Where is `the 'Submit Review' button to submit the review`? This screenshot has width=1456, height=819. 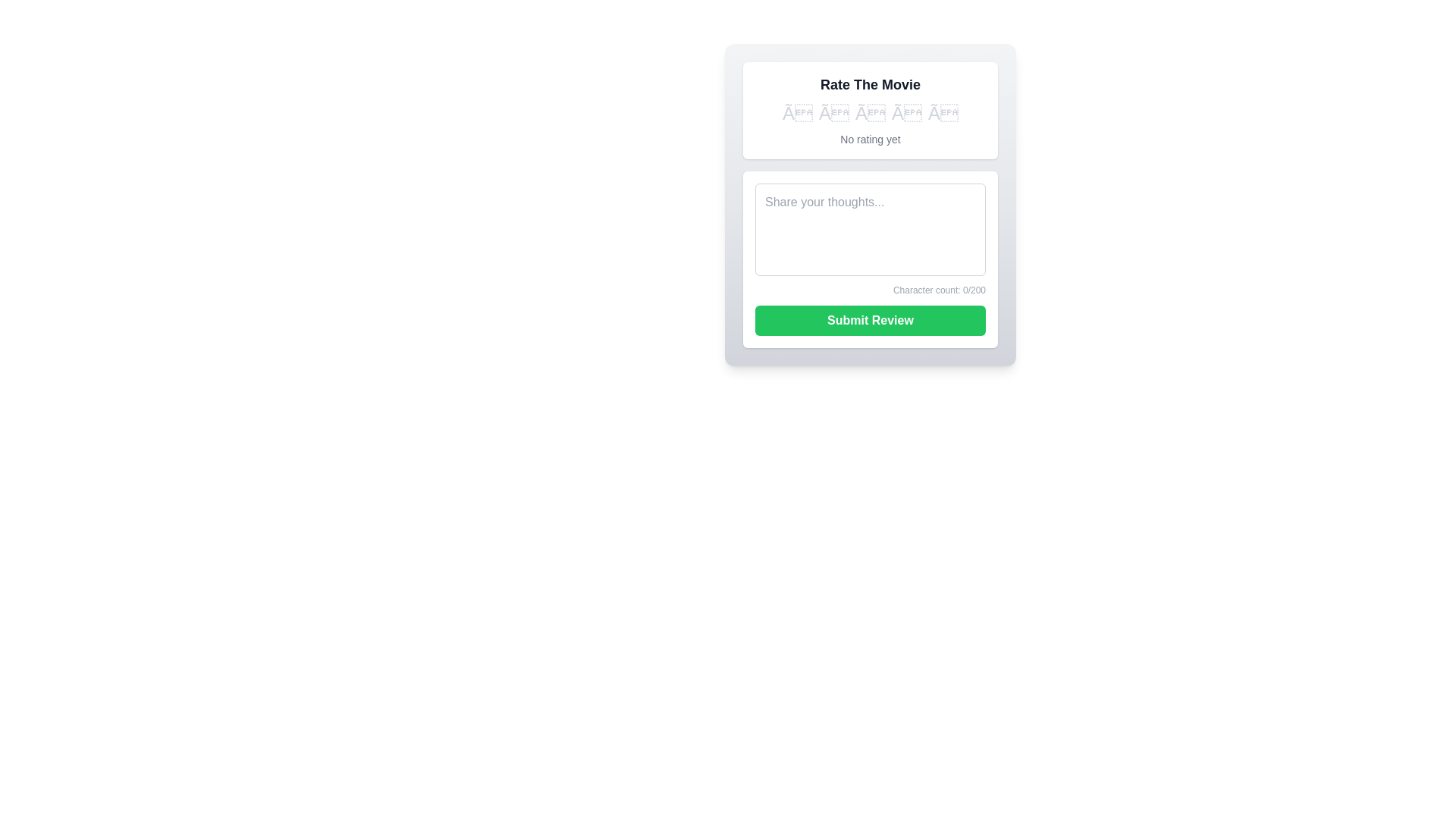 the 'Submit Review' button to submit the review is located at coordinates (870, 320).